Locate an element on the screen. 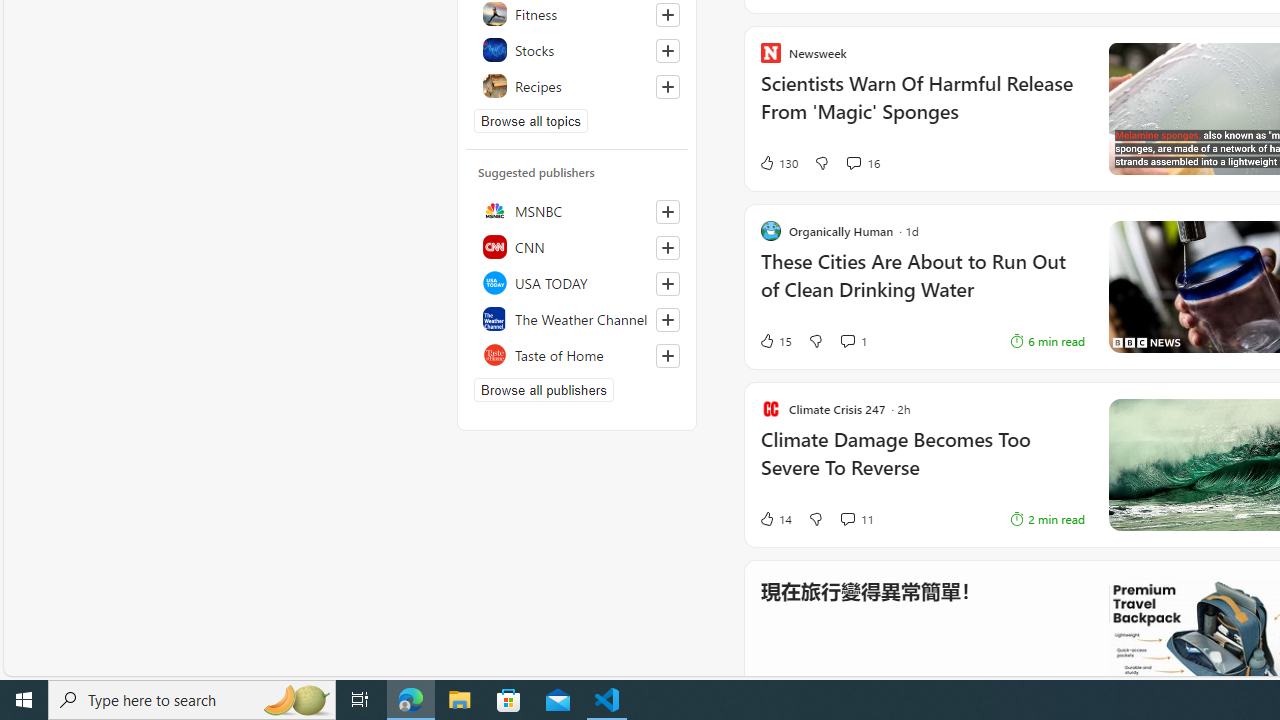 Image resolution: width=1280 pixels, height=720 pixels. 'View comments 16 Comment' is located at coordinates (853, 162).